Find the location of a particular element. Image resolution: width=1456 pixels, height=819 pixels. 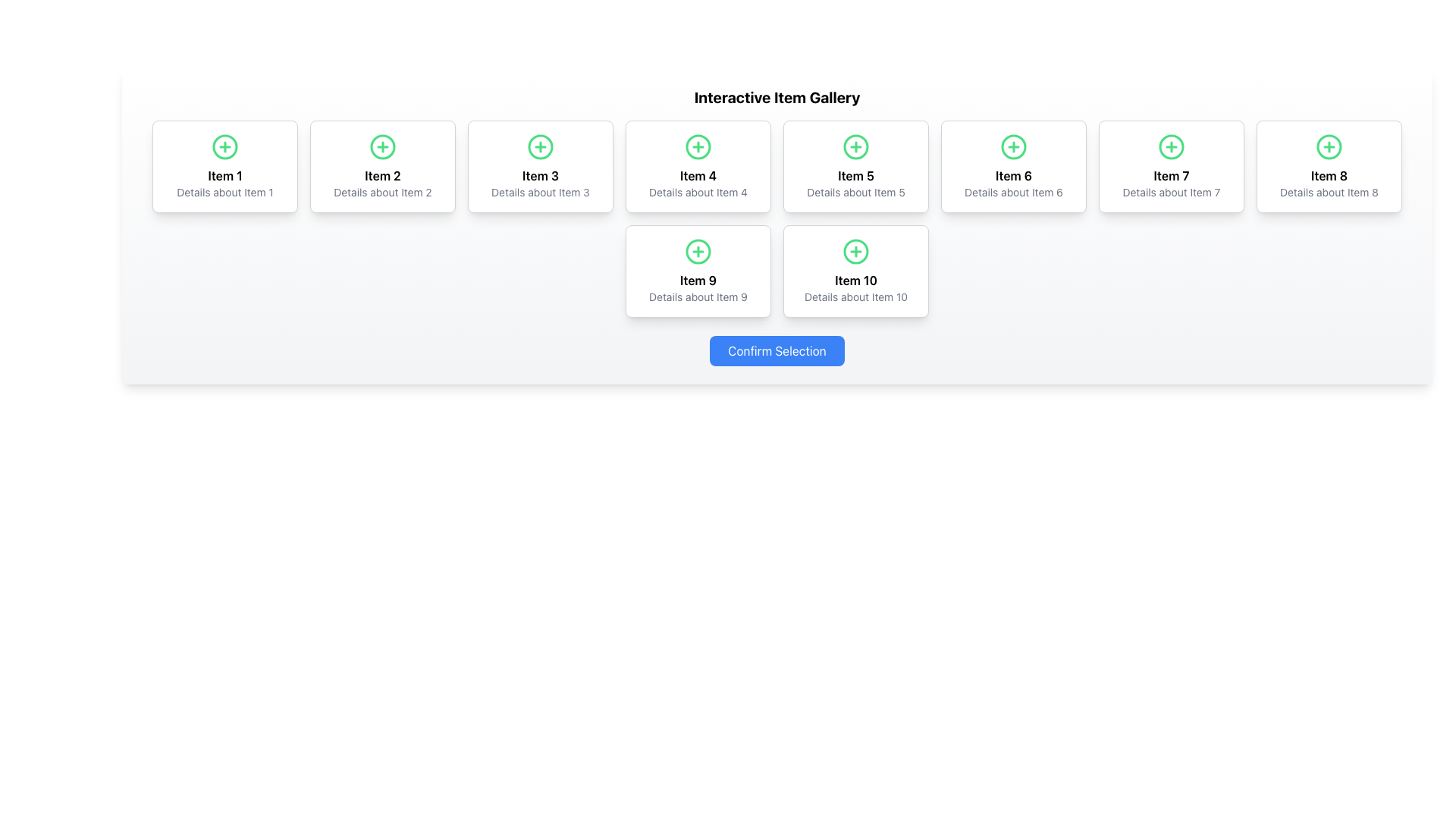

the button located in the card labeled 'Item 7' which is centered above the text 'Item 7' and 'Details about Item 7' is located at coordinates (1171, 146).